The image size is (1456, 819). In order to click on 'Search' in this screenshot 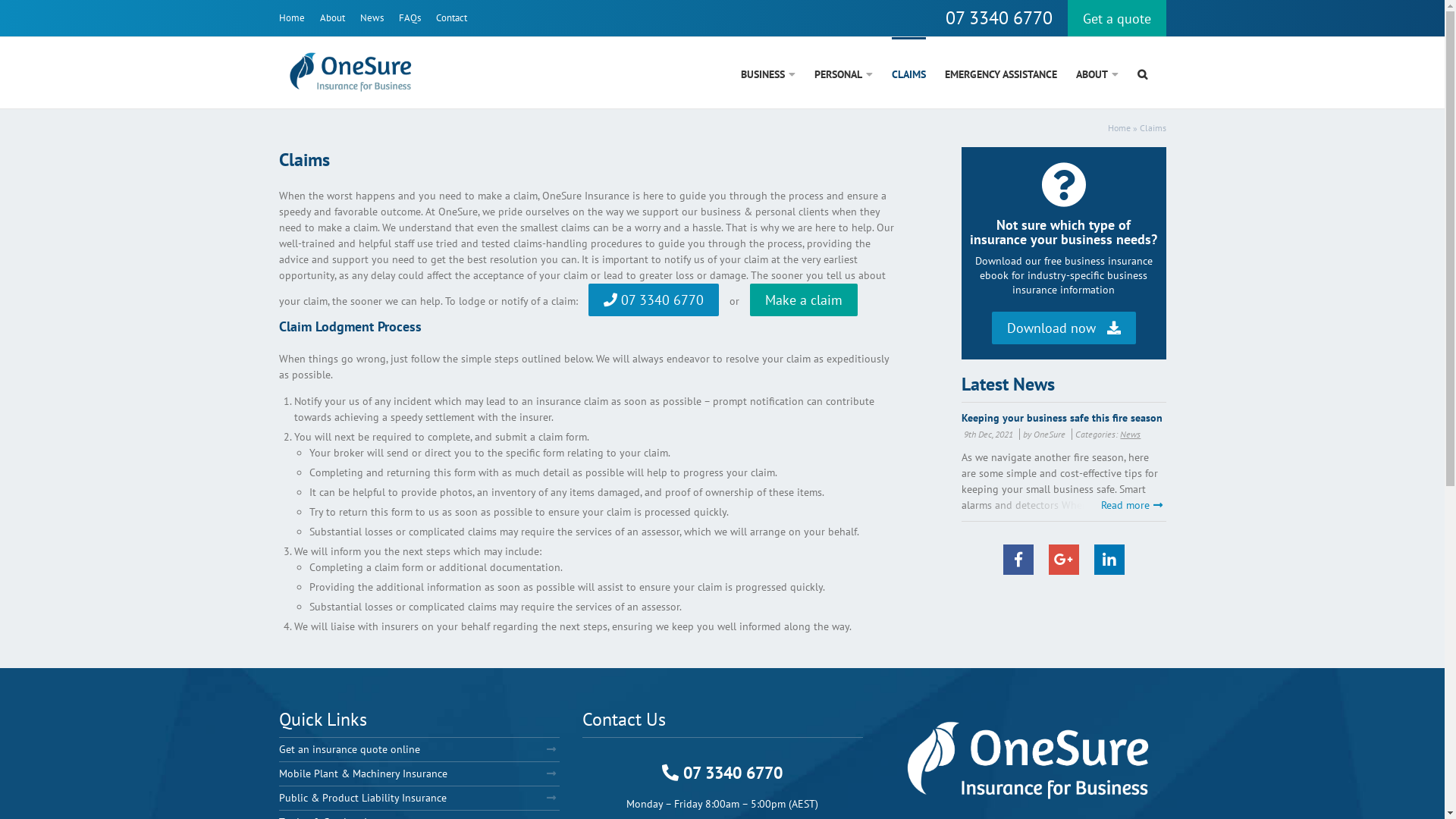, I will do `click(1137, 72)`.